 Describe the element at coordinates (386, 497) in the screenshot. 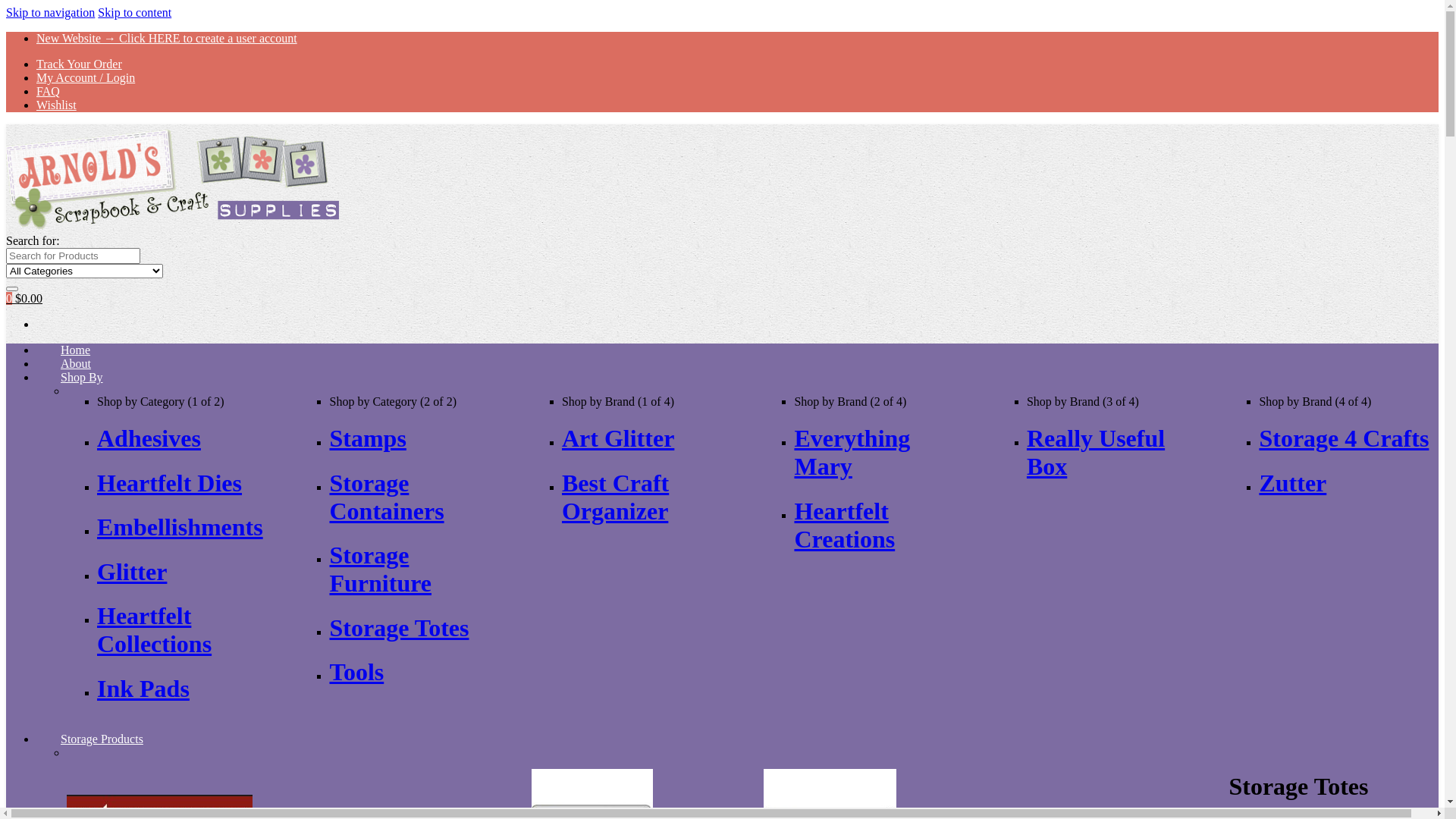

I see `'Storage Containers'` at that location.